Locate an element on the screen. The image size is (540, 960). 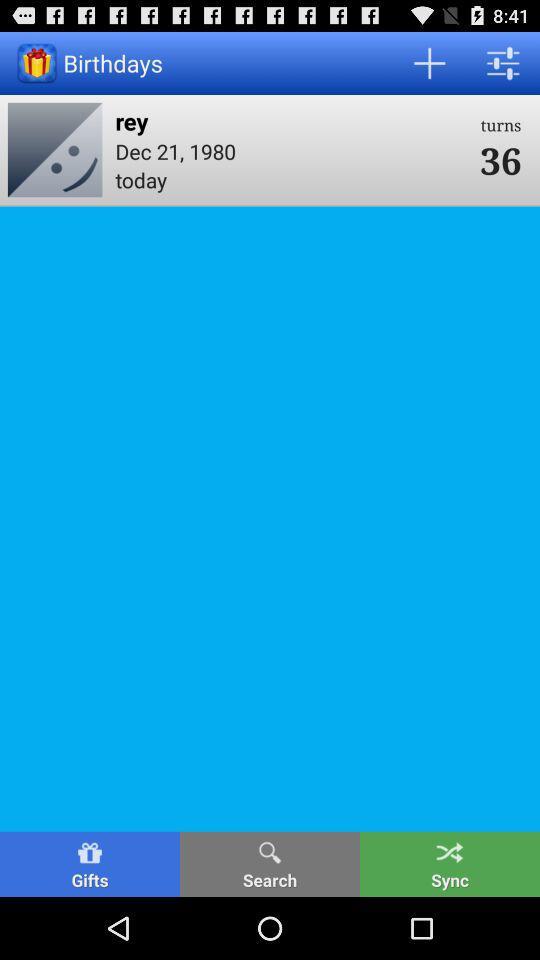
app next to 36 is located at coordinates (290, 150).